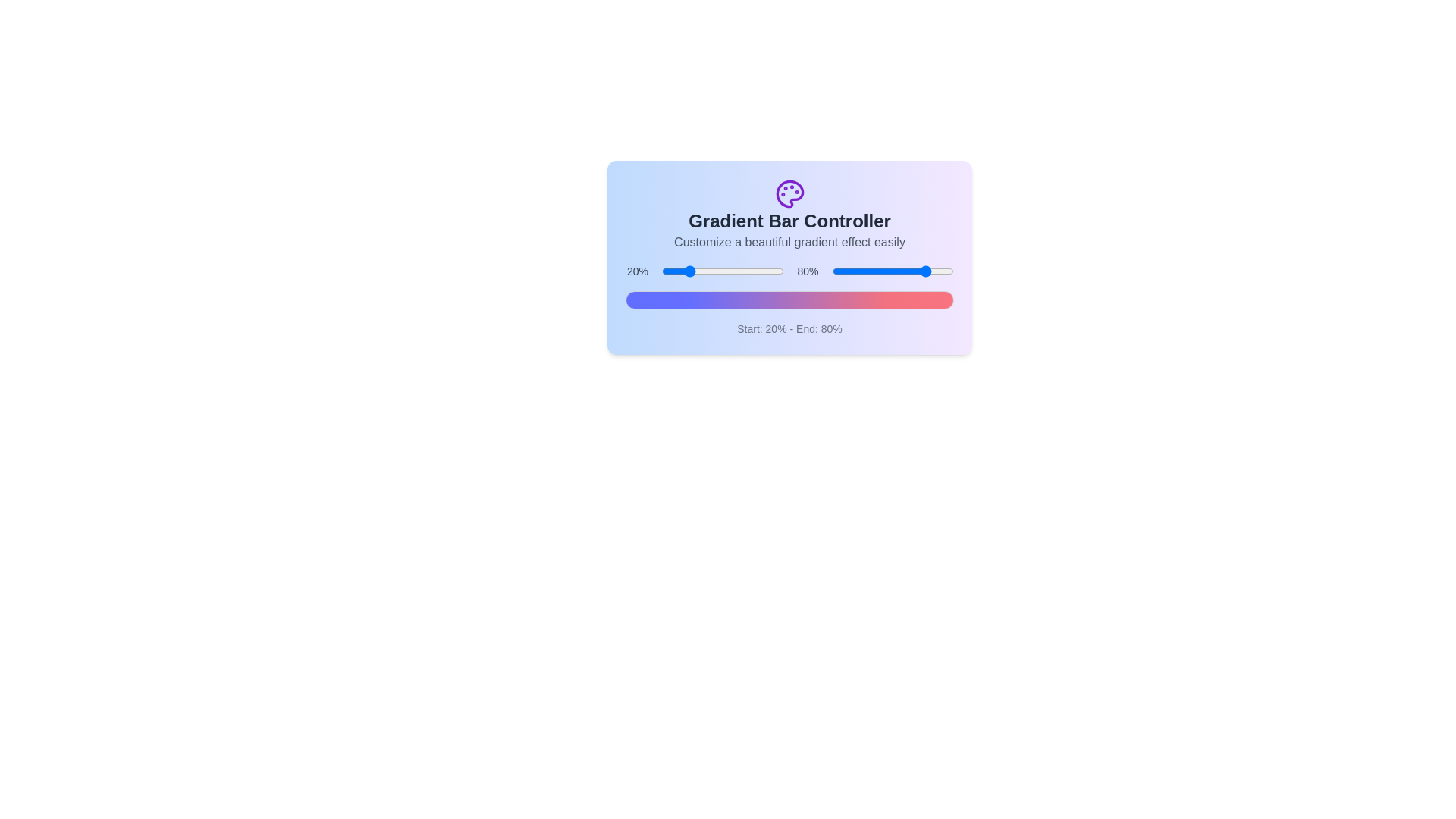 The image size is (1456, 819). I want to click on the header icon to interact with it, so click(789, 193).